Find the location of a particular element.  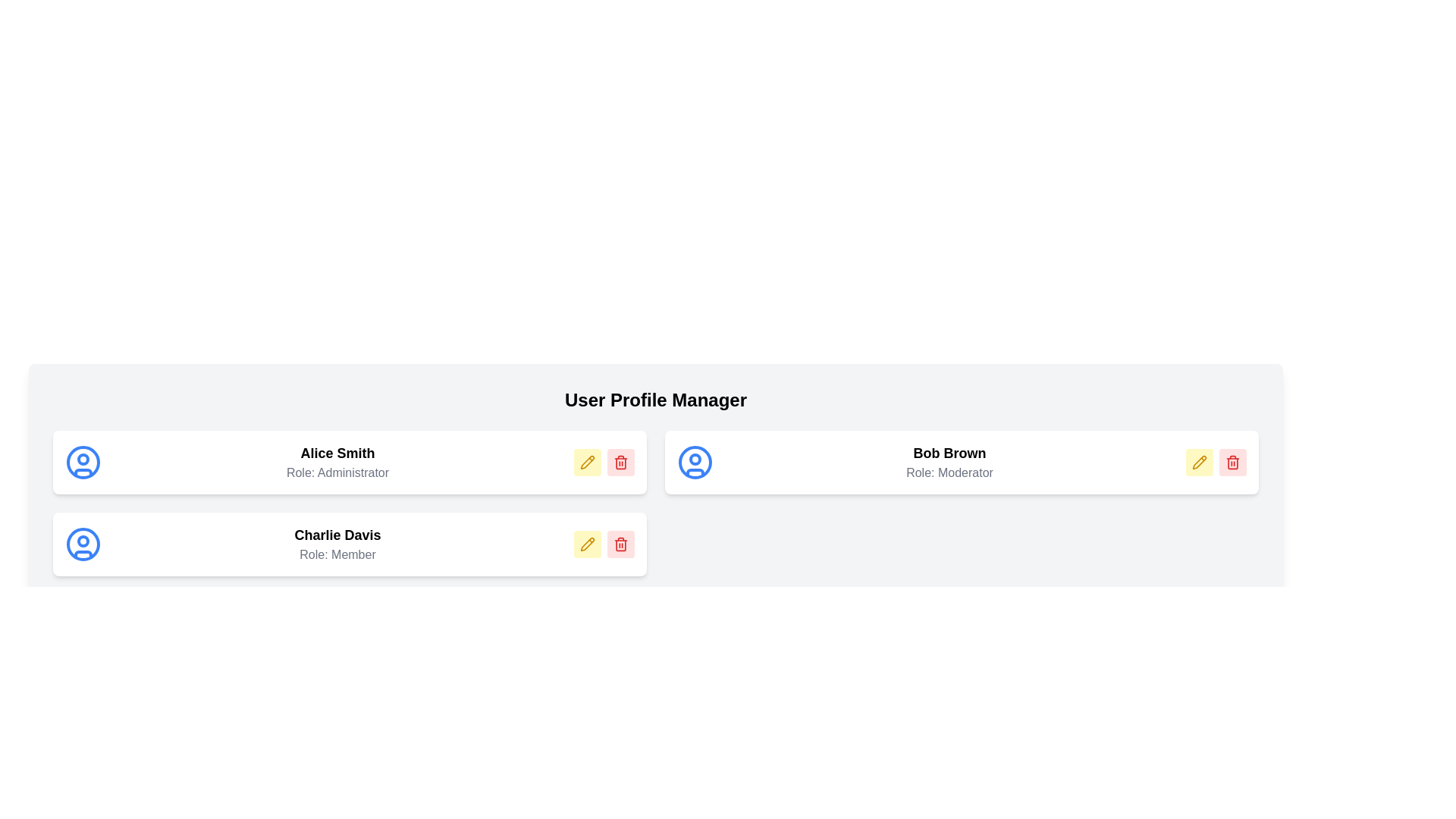

the small square button with rounded edges and a yellow background that has a pencil icon at its center is located at coordinates (1199, 461).